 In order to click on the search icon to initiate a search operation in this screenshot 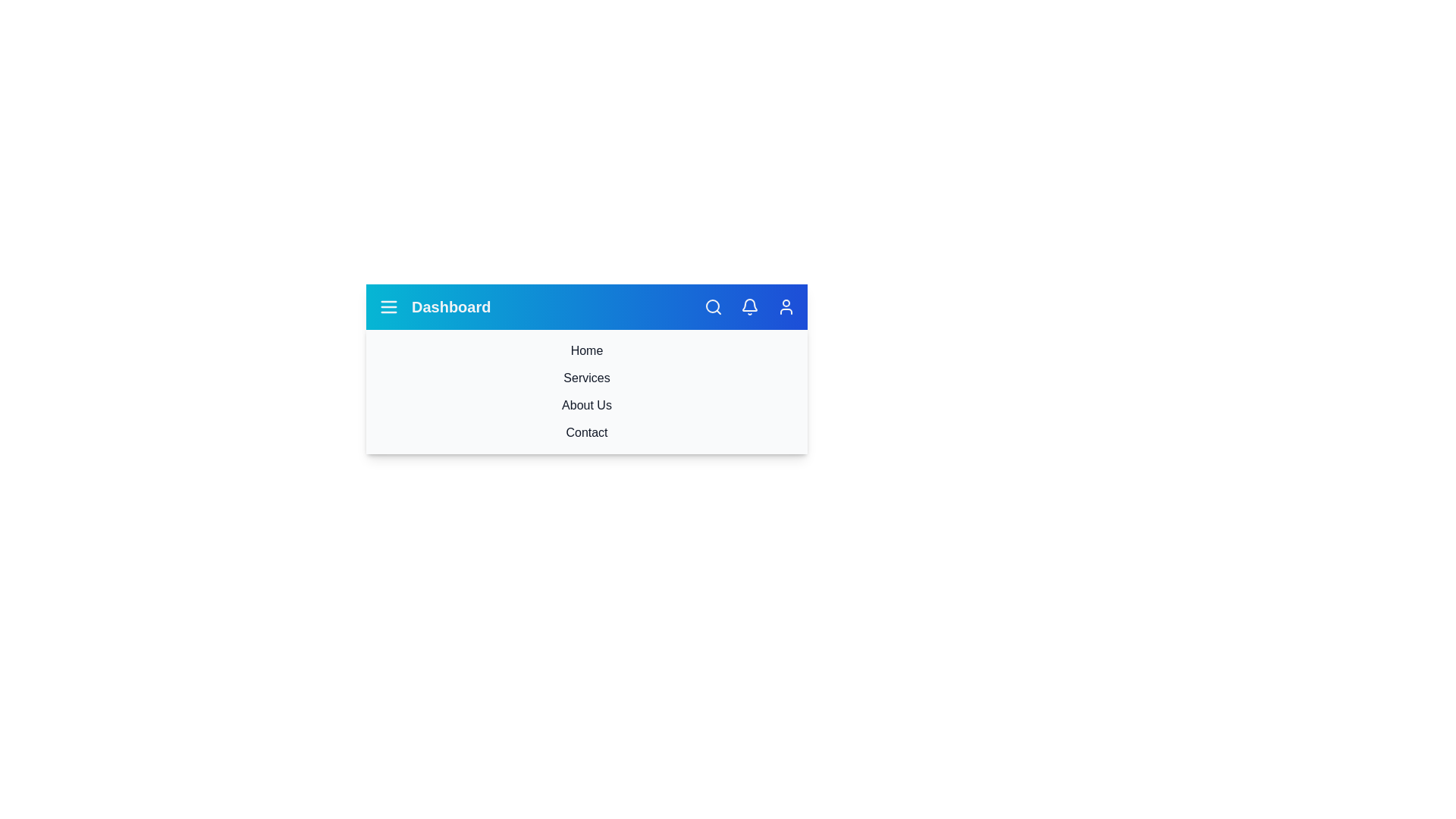, I will do `click(712, 307)`.